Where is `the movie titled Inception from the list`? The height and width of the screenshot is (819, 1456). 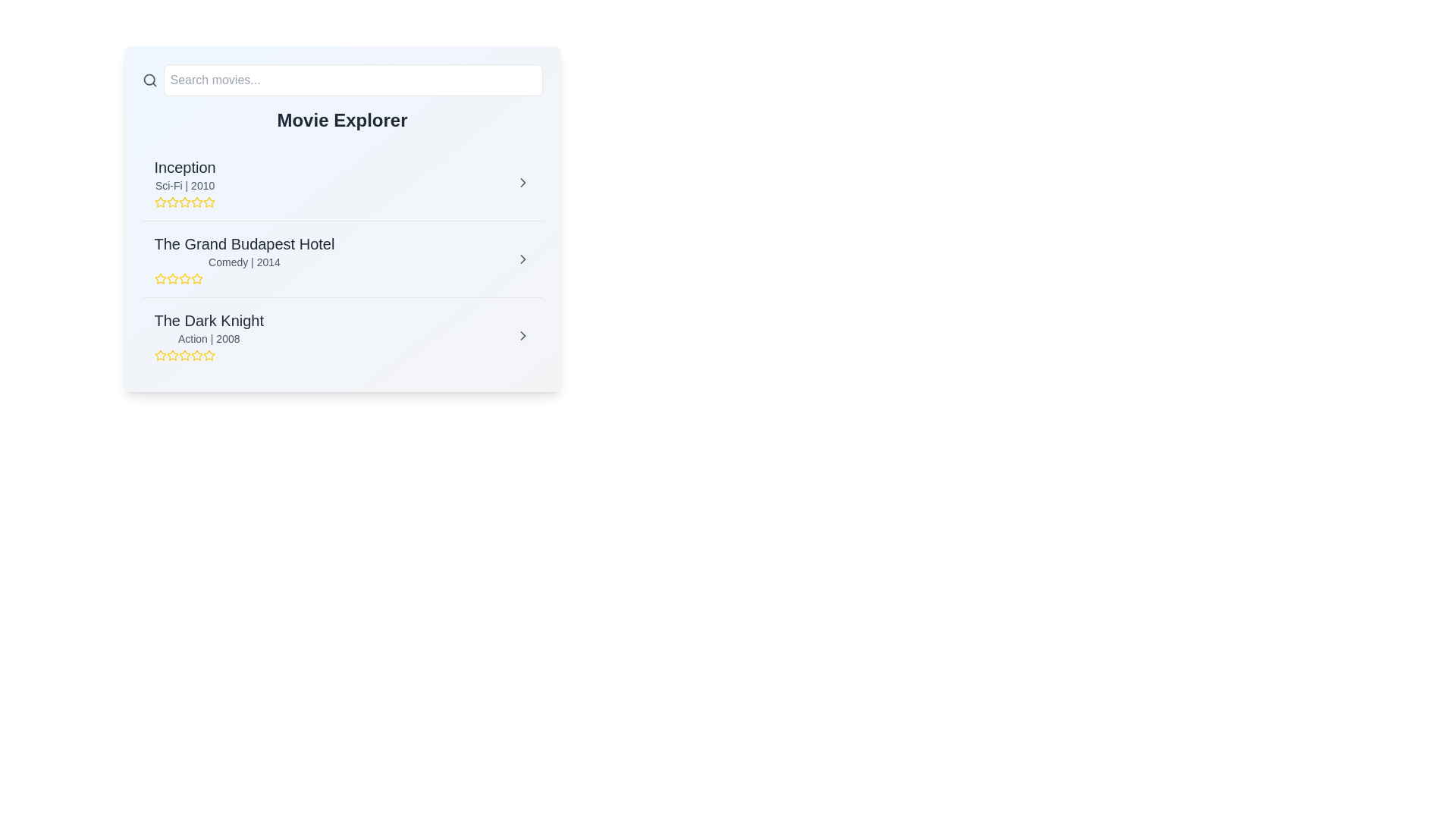
the movie titled Inception from the list is located at coordinates (522, 181).